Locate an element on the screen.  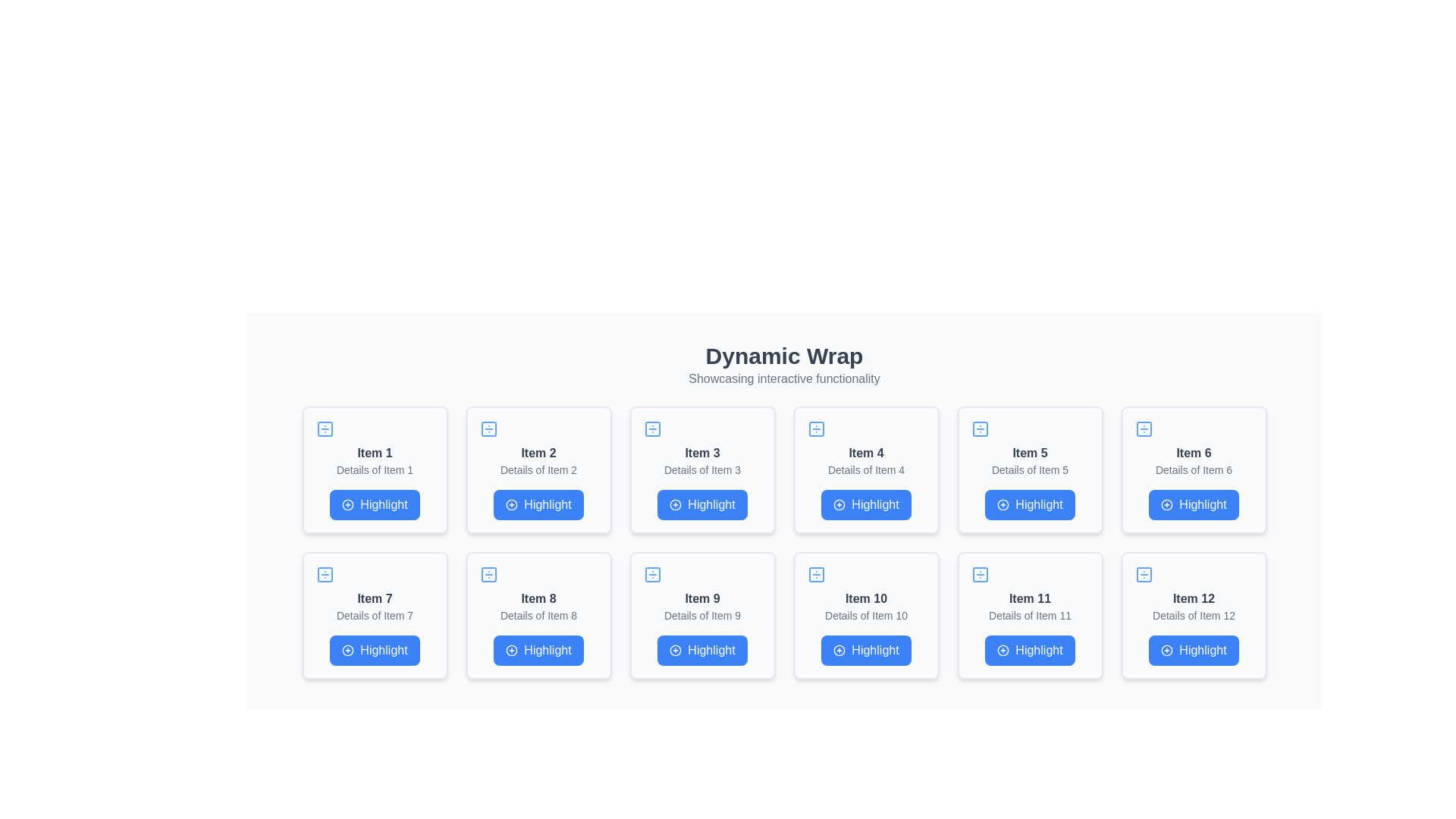
circular plus icon located inside the 'Highlight' button under the card labeled 'Item 12' in the second row of the grid layout is located at coordinates (1166, 649).